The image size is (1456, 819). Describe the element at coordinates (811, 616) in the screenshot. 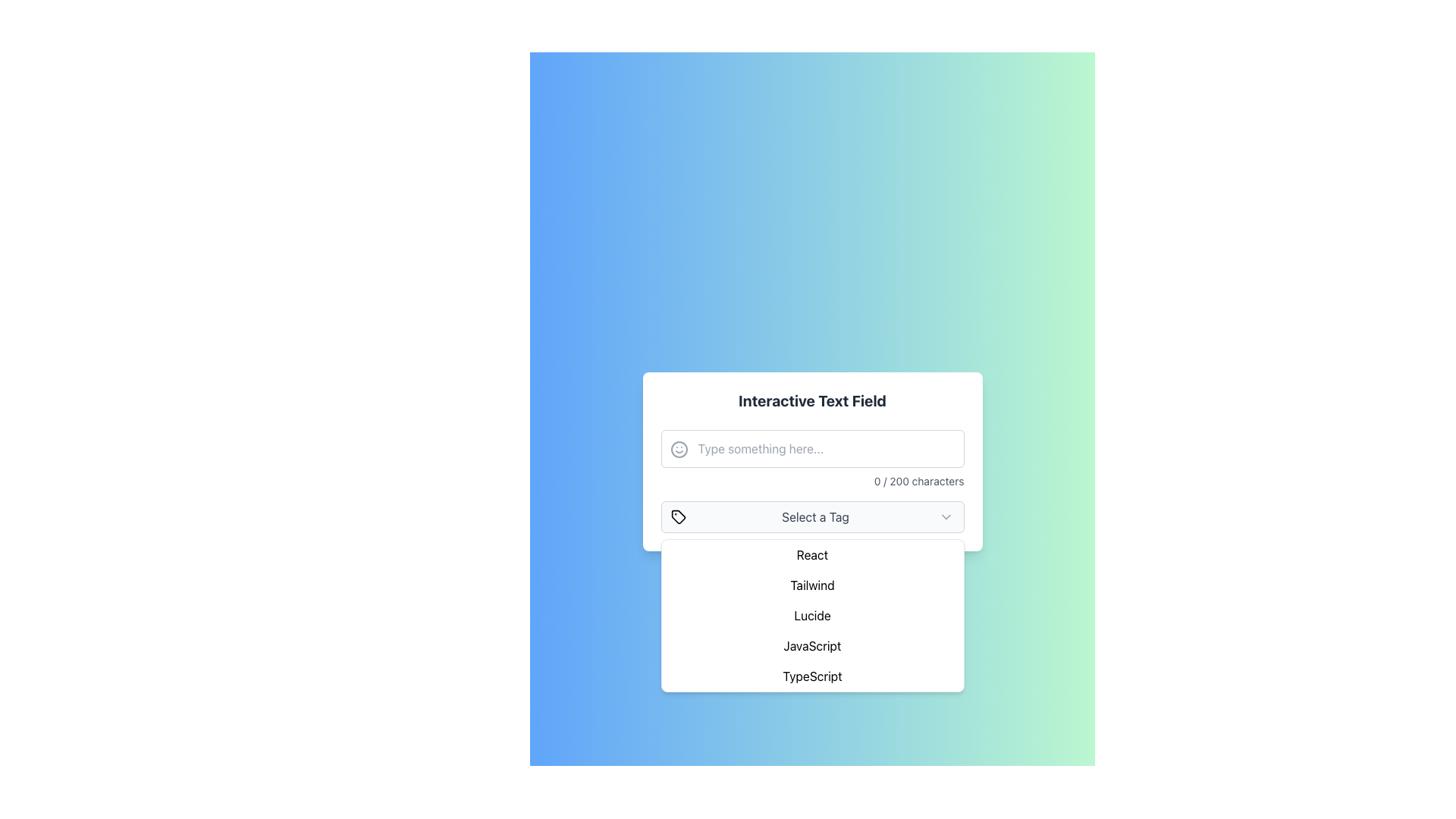

I see `an item in the vertically stacked dropdown menu located below the 'Select a Tag' button` at that location.